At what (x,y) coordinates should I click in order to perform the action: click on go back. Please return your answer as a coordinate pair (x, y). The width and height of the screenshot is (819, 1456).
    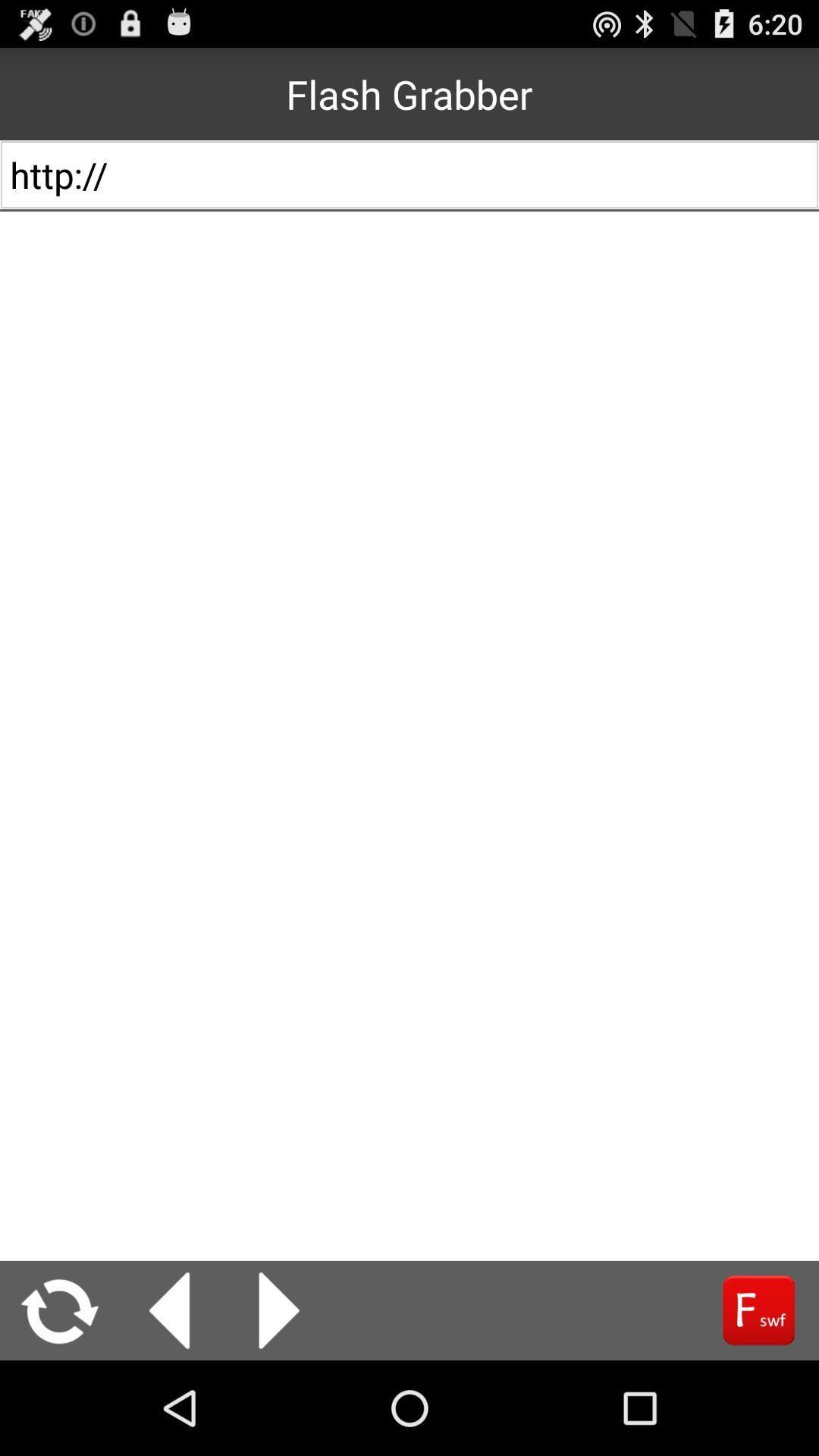
    Looking at the image, I should click on (169, 1310).